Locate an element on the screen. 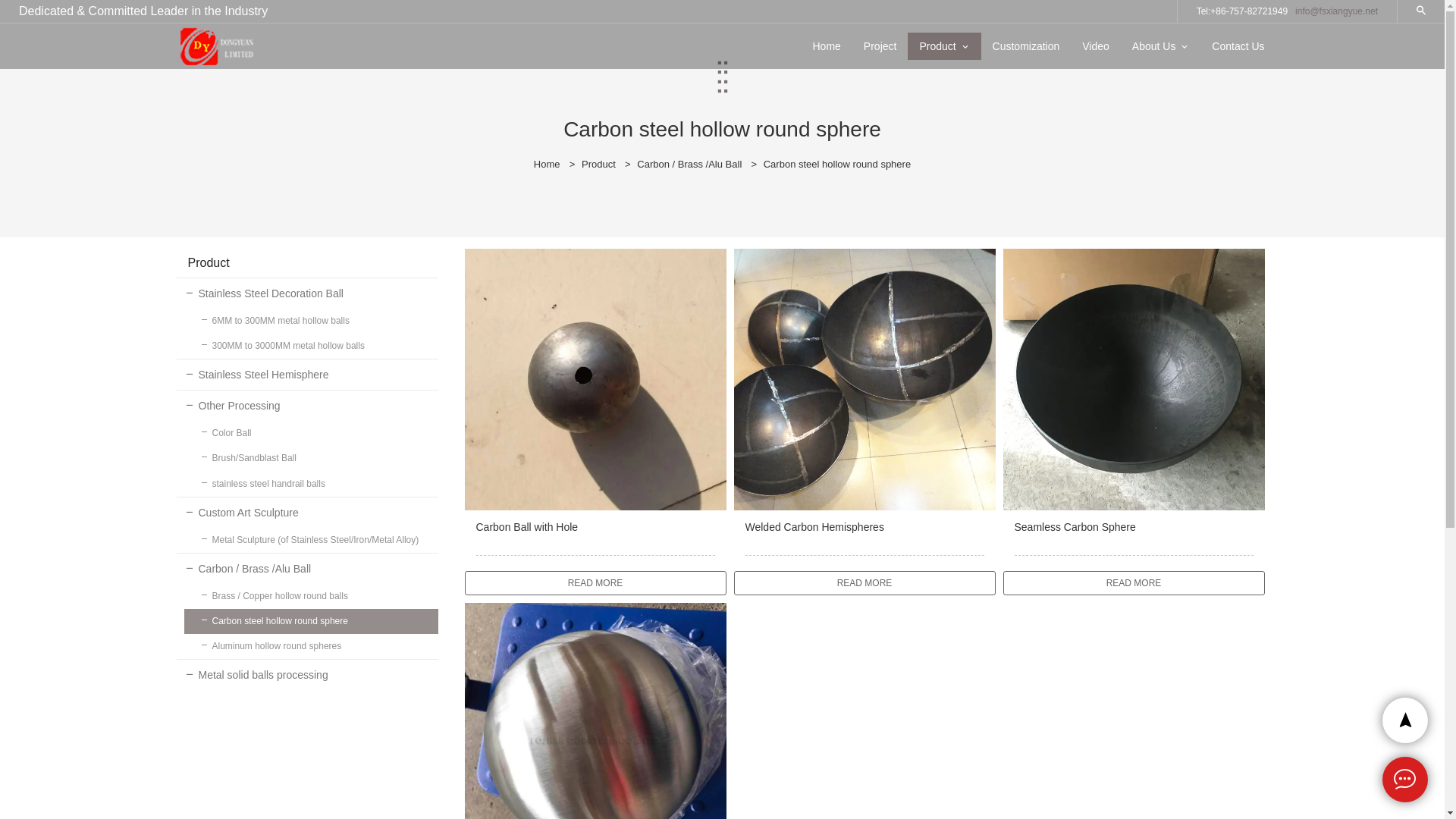  'Project' is located at coordinates (852, 45).